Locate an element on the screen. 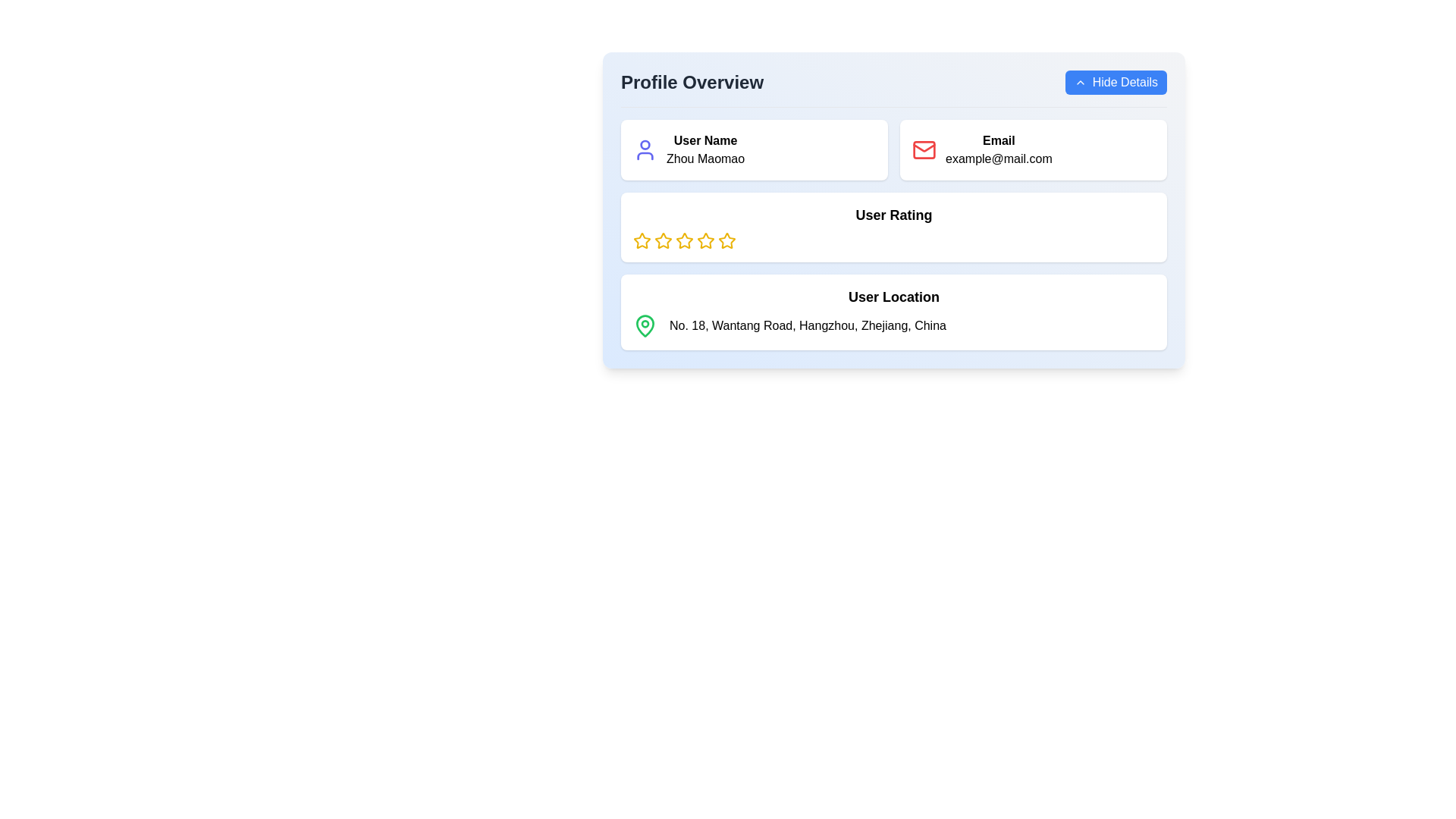 The image size is (1456, 819). each star in the Rating indicator located in the 'User Rating' section of the 'Profile Overview' card is located at coordinates (894, 240).